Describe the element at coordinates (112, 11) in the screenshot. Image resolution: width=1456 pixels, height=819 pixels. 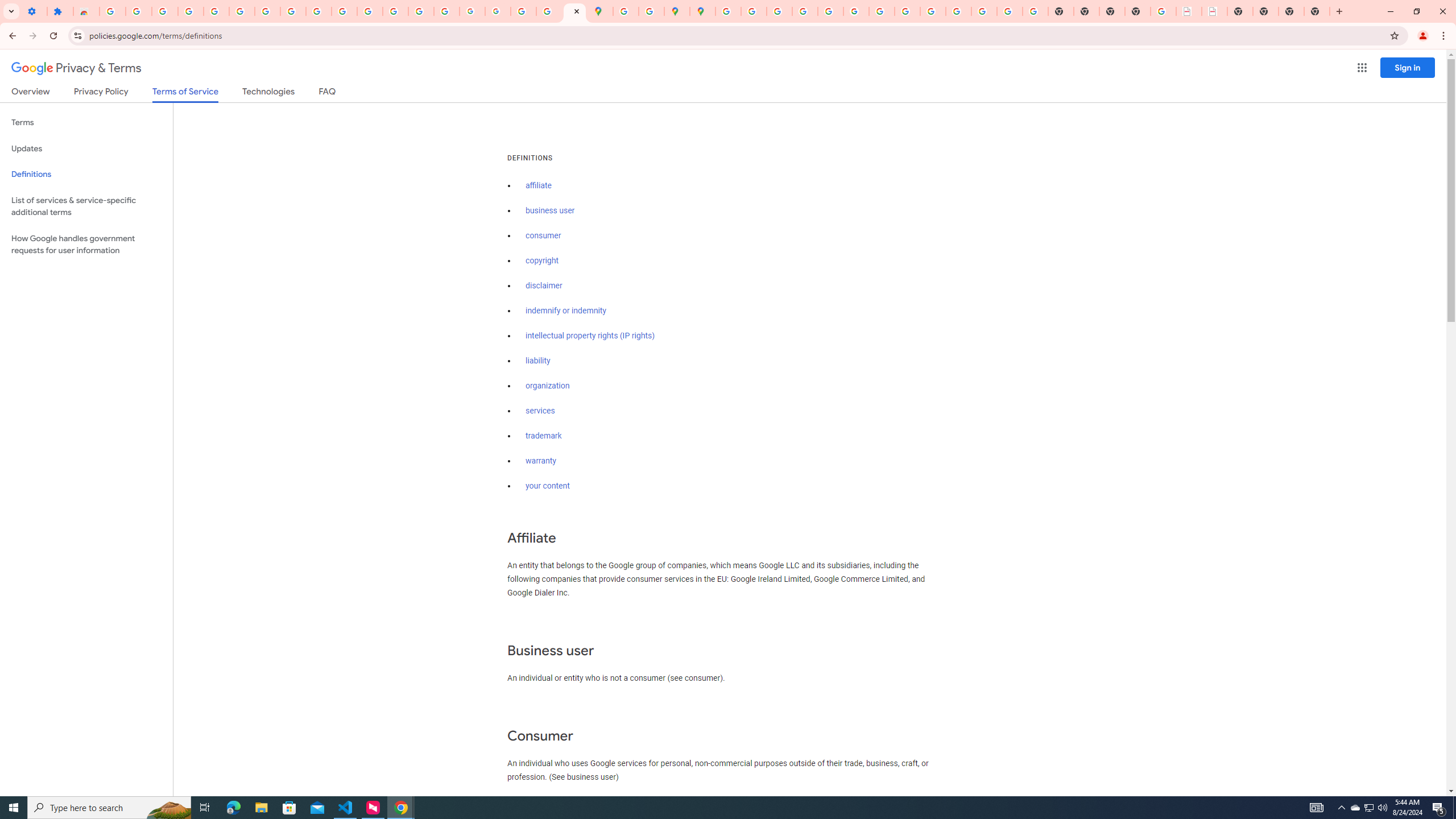
I see `'Sign in - Google Accounts'` at that location.